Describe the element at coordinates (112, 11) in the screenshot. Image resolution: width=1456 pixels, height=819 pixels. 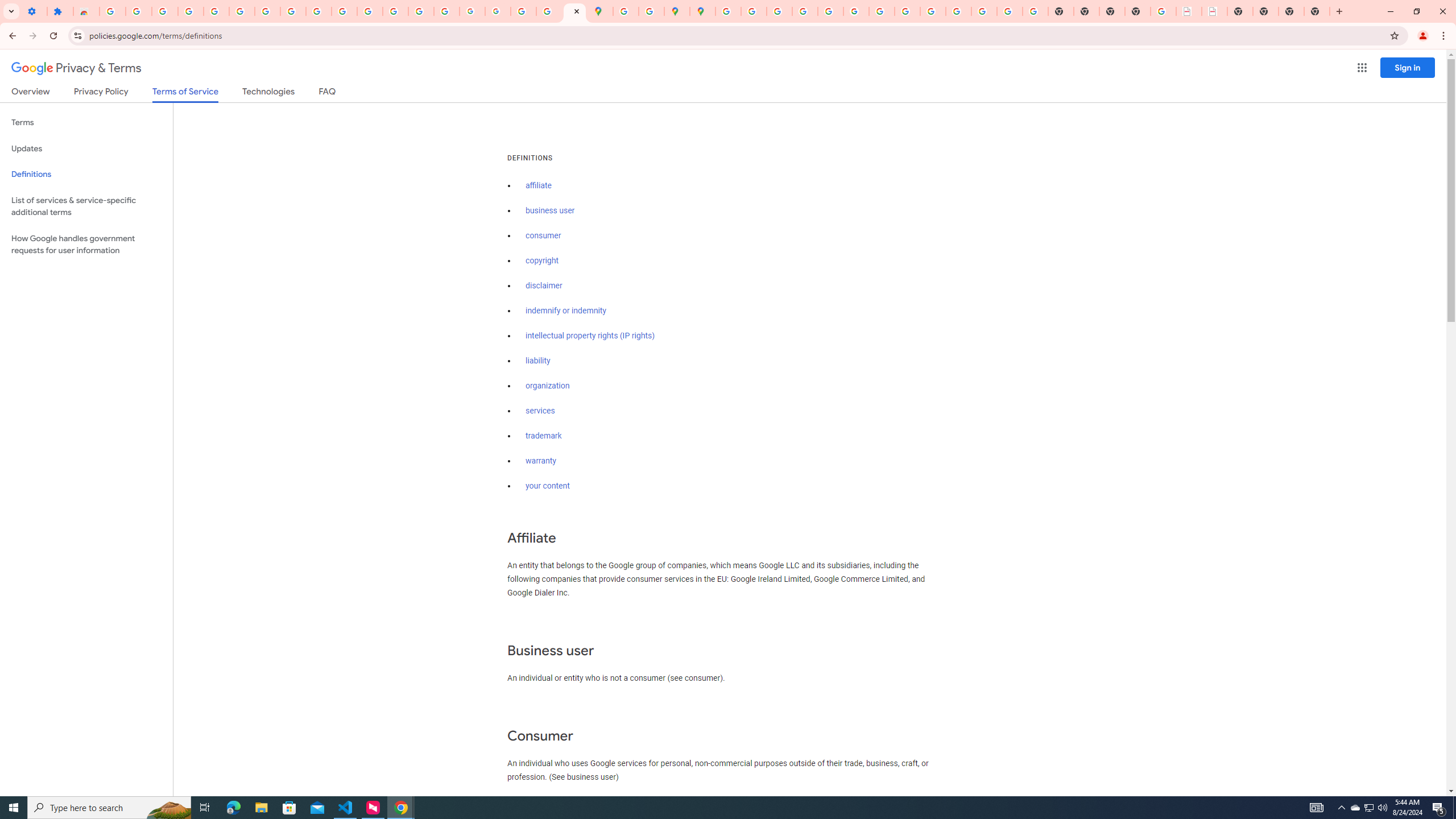
I see `'Sign in - Google Accounts'` at that location.